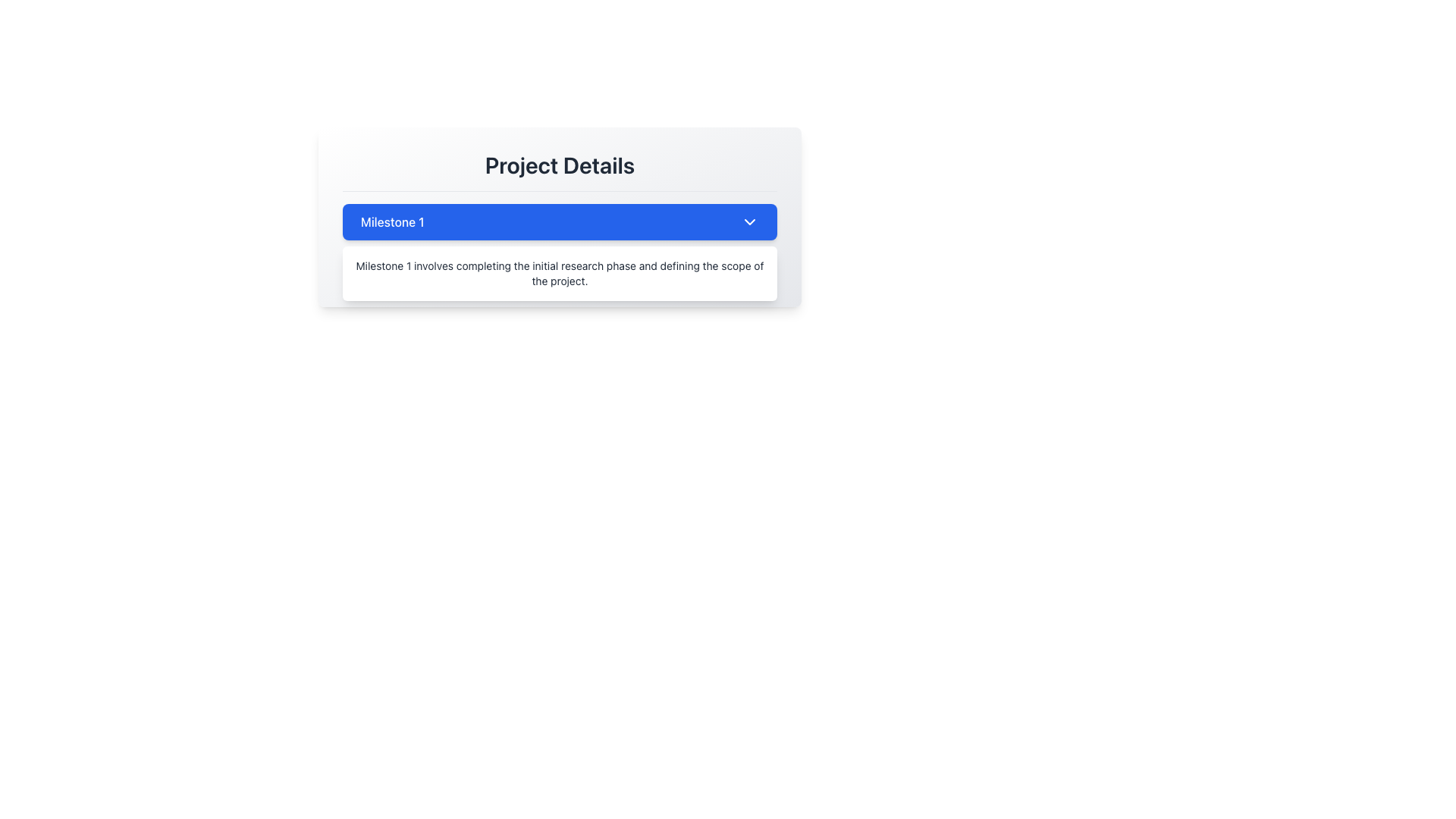  Describe the element at coordinates (559, 244) in the screenshot. I see `the dropdown in the project information panel` at that location.